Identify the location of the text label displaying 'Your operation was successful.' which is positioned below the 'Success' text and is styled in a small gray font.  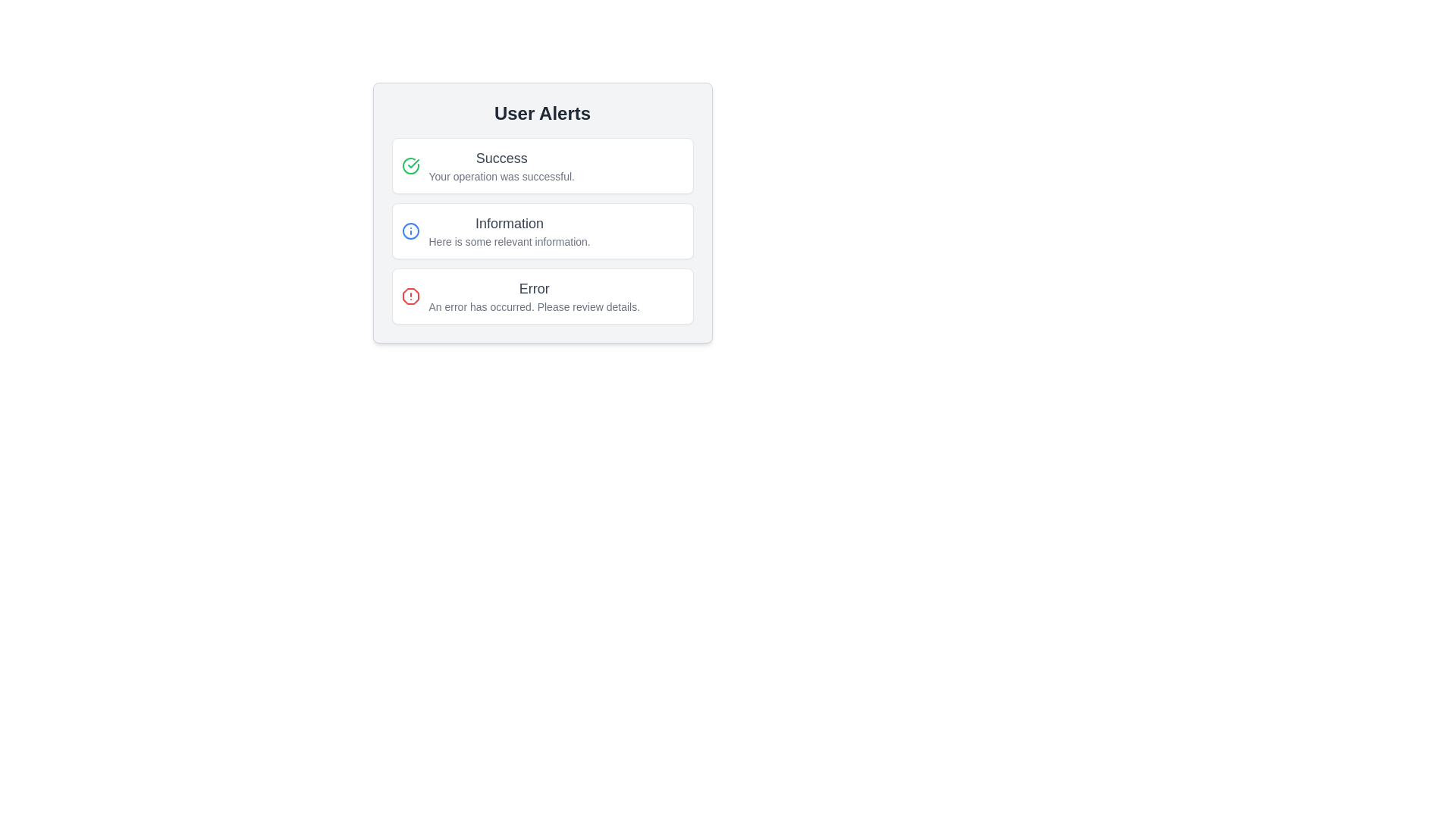
(501, 175).